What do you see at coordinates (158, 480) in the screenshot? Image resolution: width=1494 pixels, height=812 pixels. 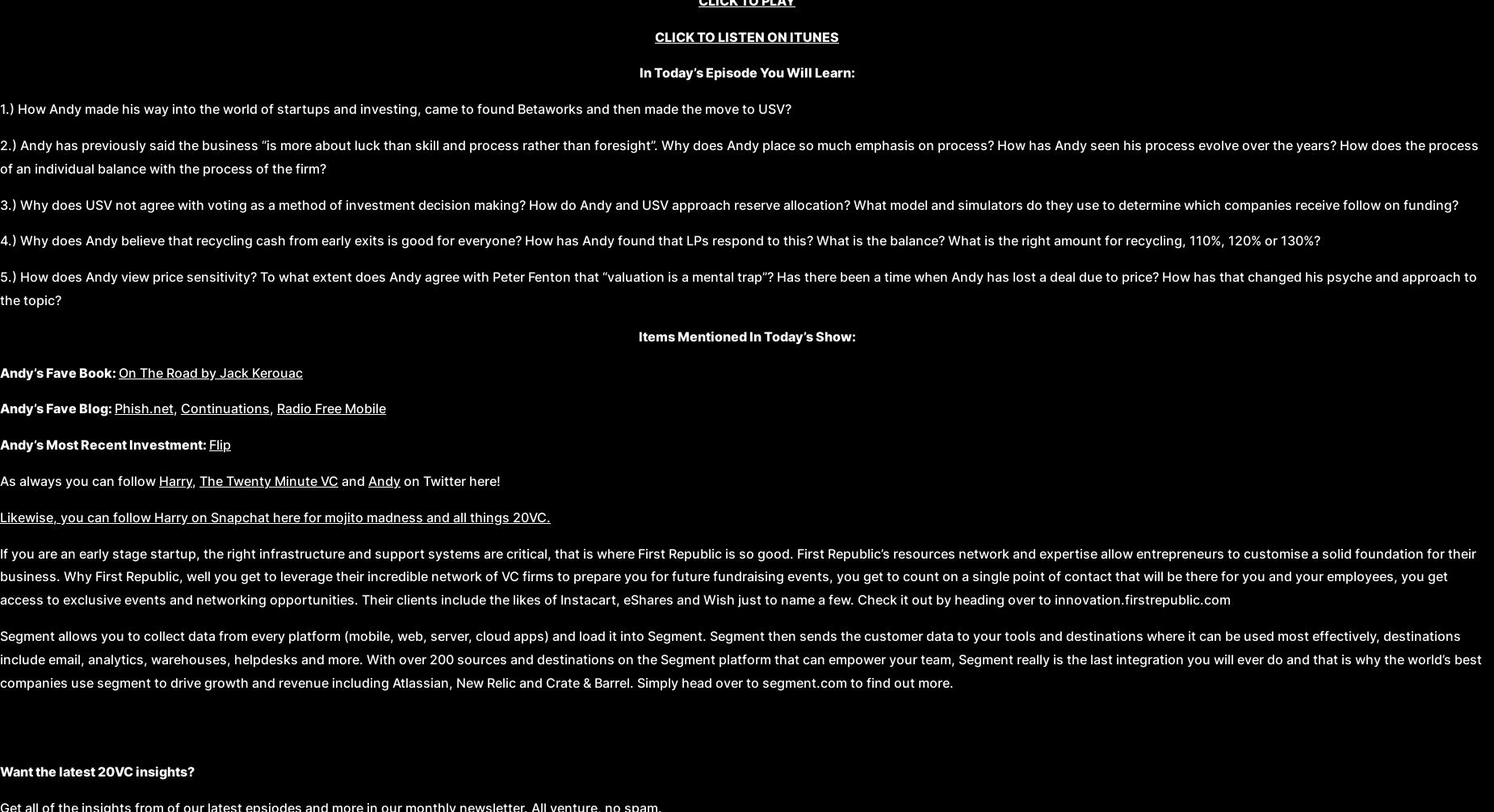 I see `'Harry'` at bounding box center [158, 480].